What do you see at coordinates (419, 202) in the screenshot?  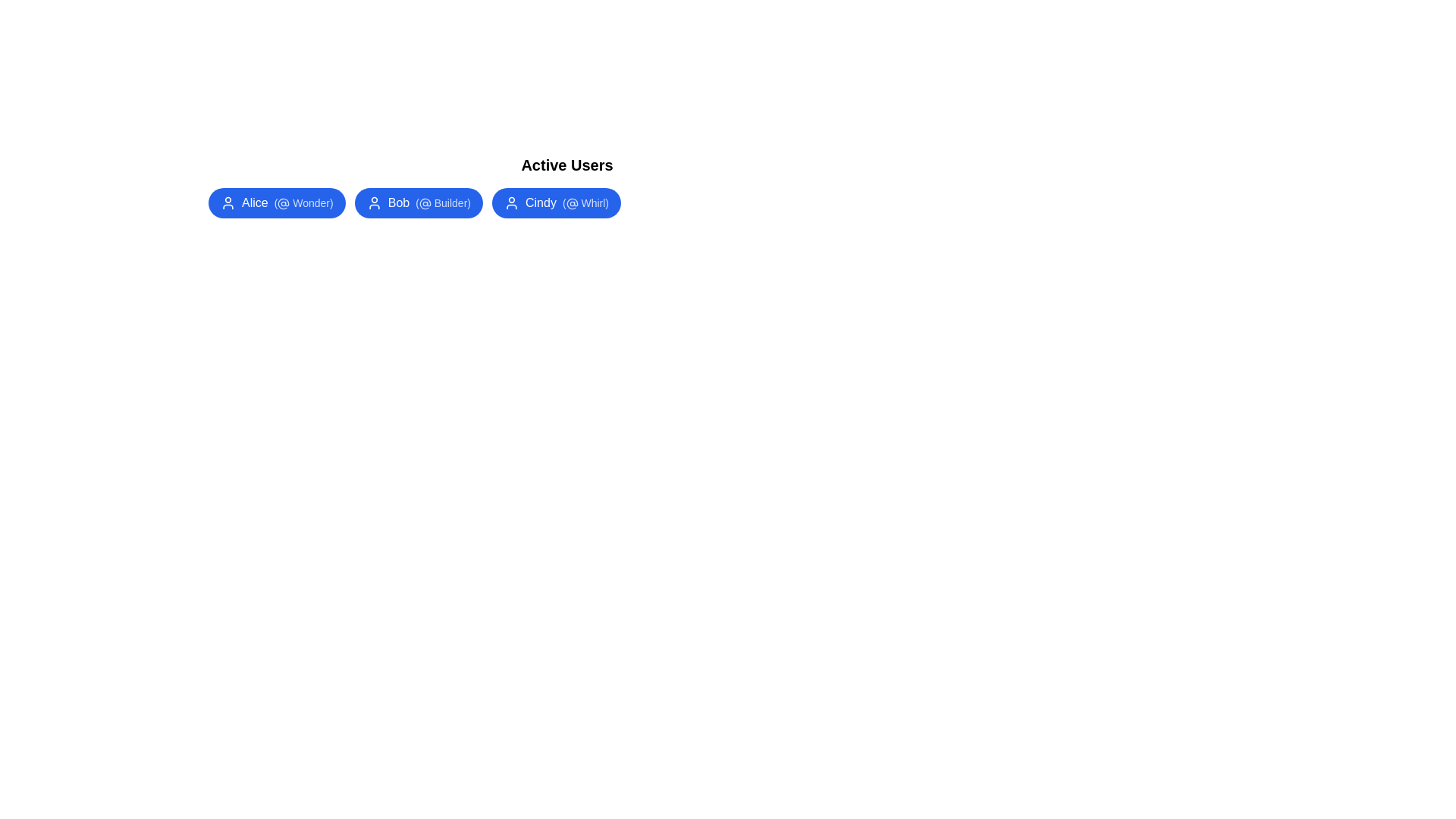 I see `the interactive chip representing Bob to open its context menu` at bounding box center [419, 202].